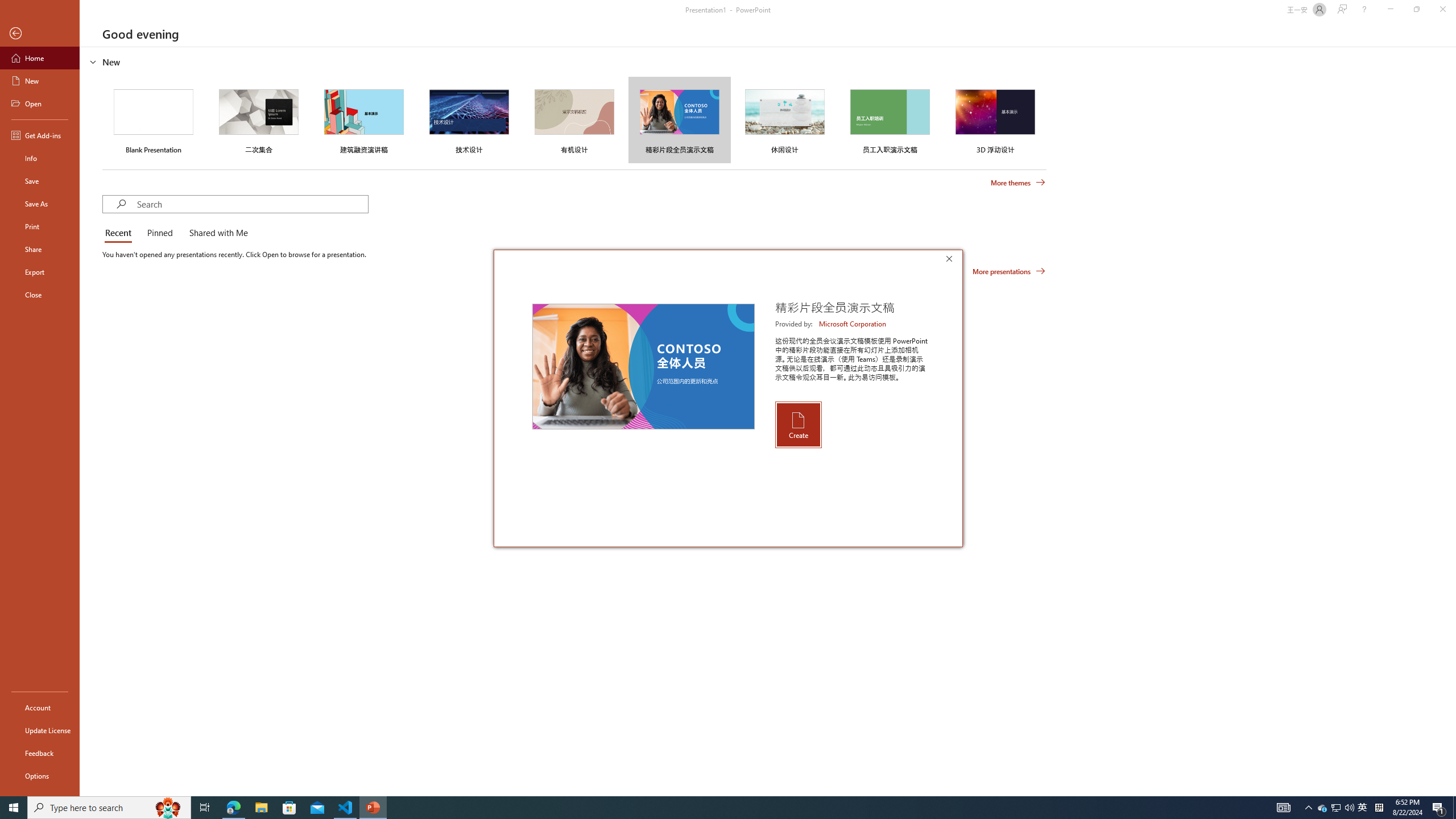 The height and width of the screenshot is (819, 1456). Describe the element at coordinates (39, 226) in the screenshot. I see `'Print'` at that location.